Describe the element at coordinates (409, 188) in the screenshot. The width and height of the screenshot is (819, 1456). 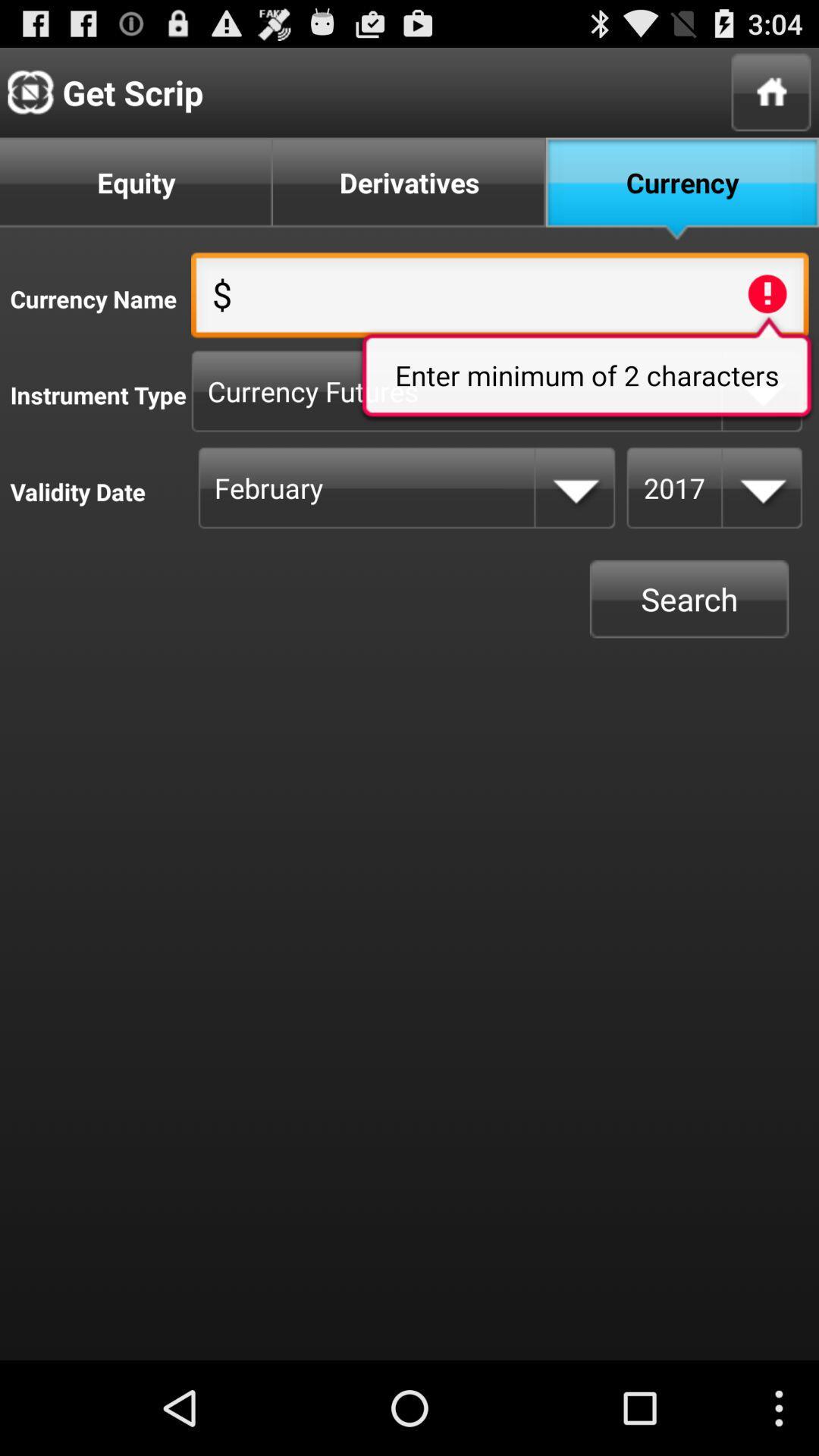
I see `the tab derivatives on the web page` at that location.